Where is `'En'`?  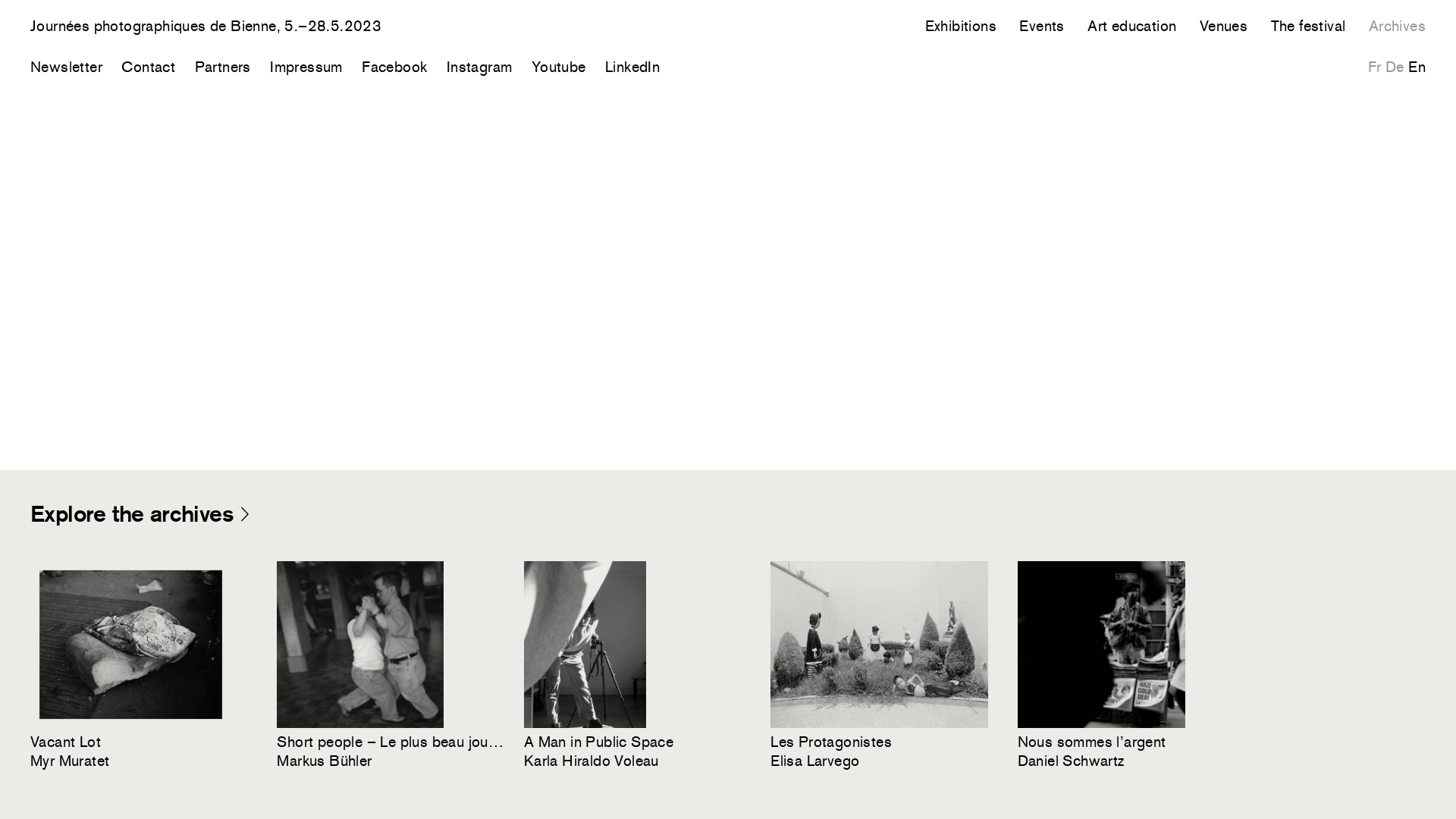
'En' is located at coordinates (1416, 66).